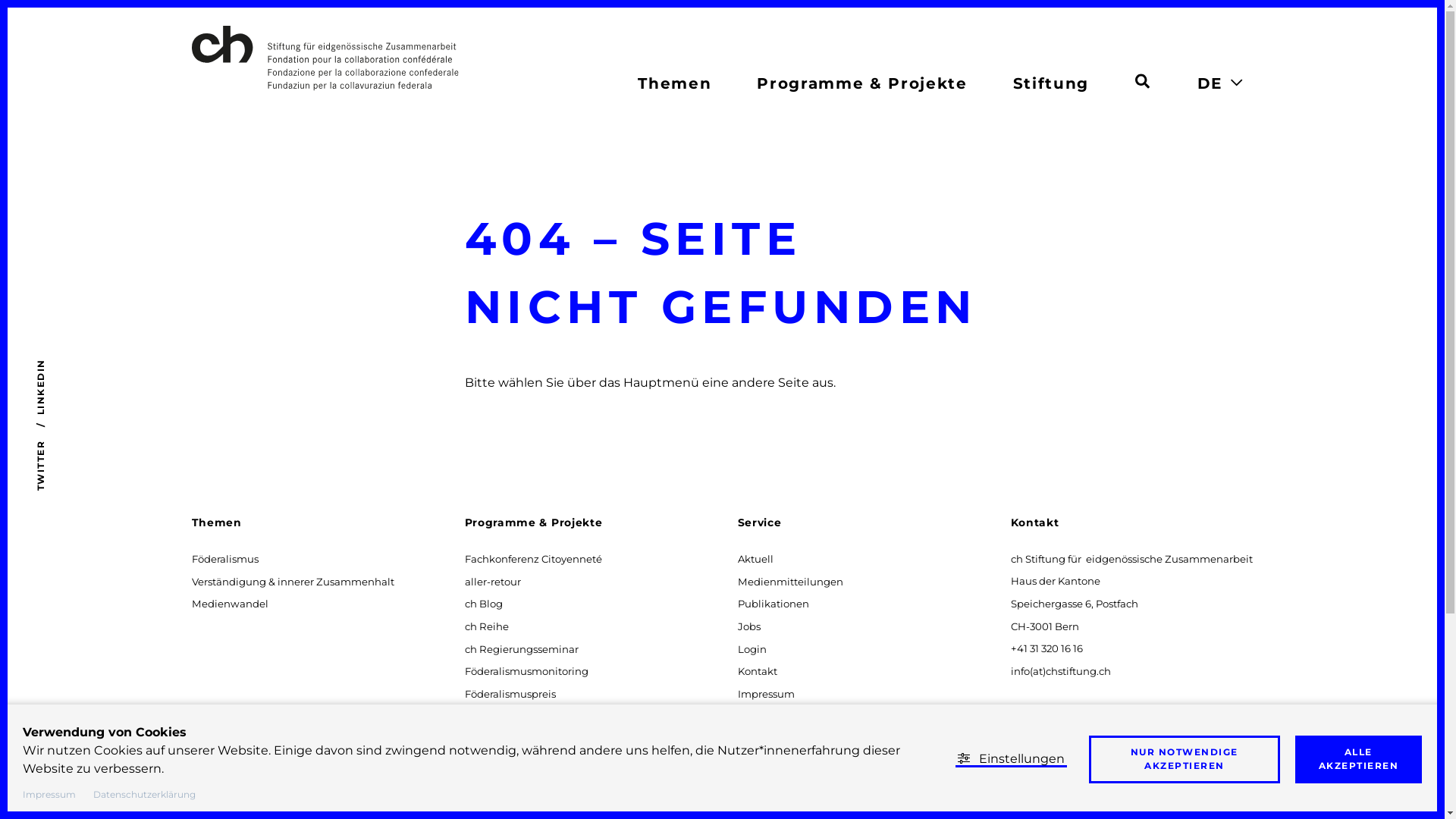 The width and height of the screenshot is (1456, 819). Describe the element at coordinates (486, 626) in the screenshot. I see `'ch Reihe'` at that location.